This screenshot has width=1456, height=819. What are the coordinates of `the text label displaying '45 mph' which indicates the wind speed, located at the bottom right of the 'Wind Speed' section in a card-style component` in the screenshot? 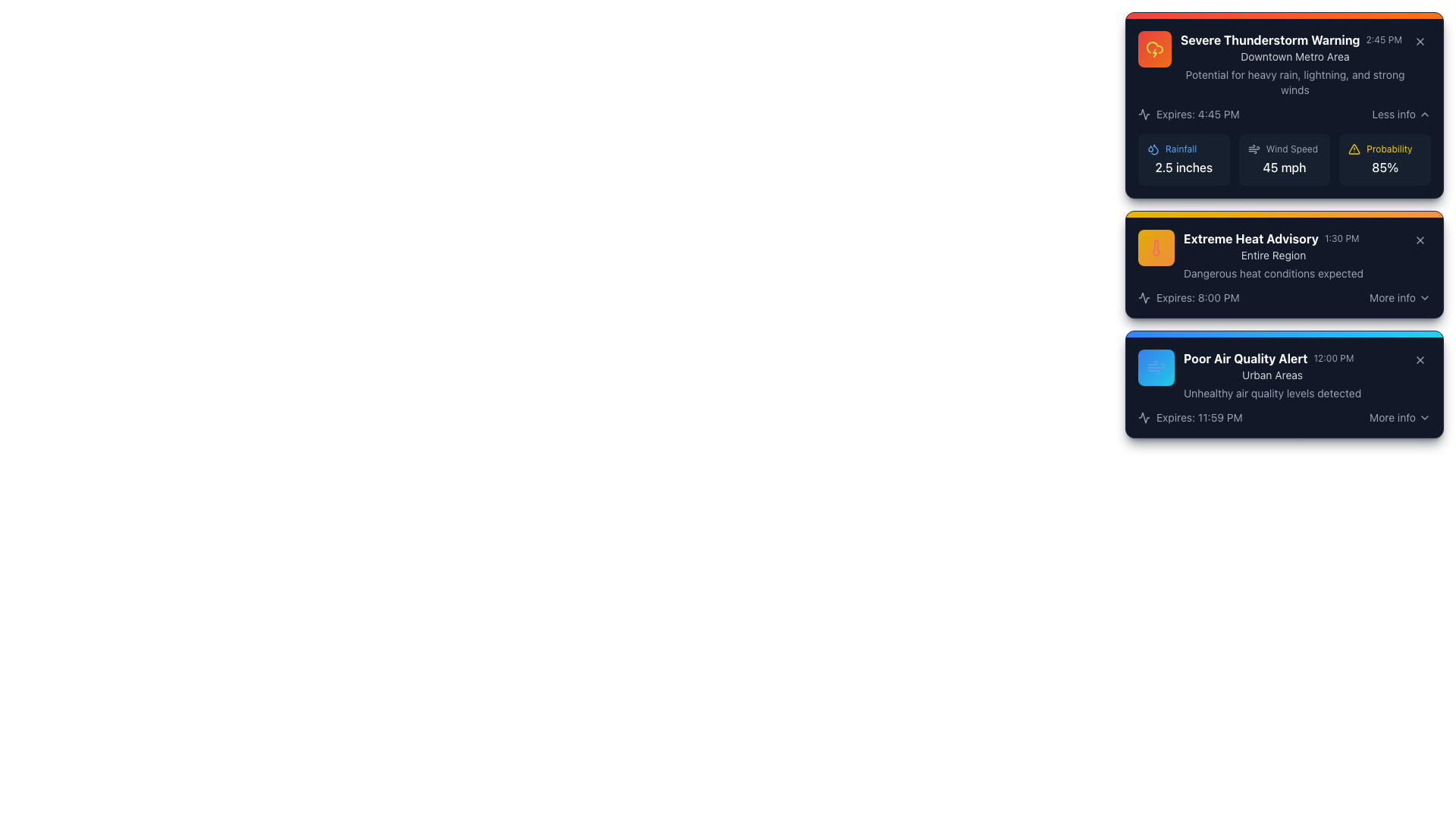 It's located at (1284, 167).